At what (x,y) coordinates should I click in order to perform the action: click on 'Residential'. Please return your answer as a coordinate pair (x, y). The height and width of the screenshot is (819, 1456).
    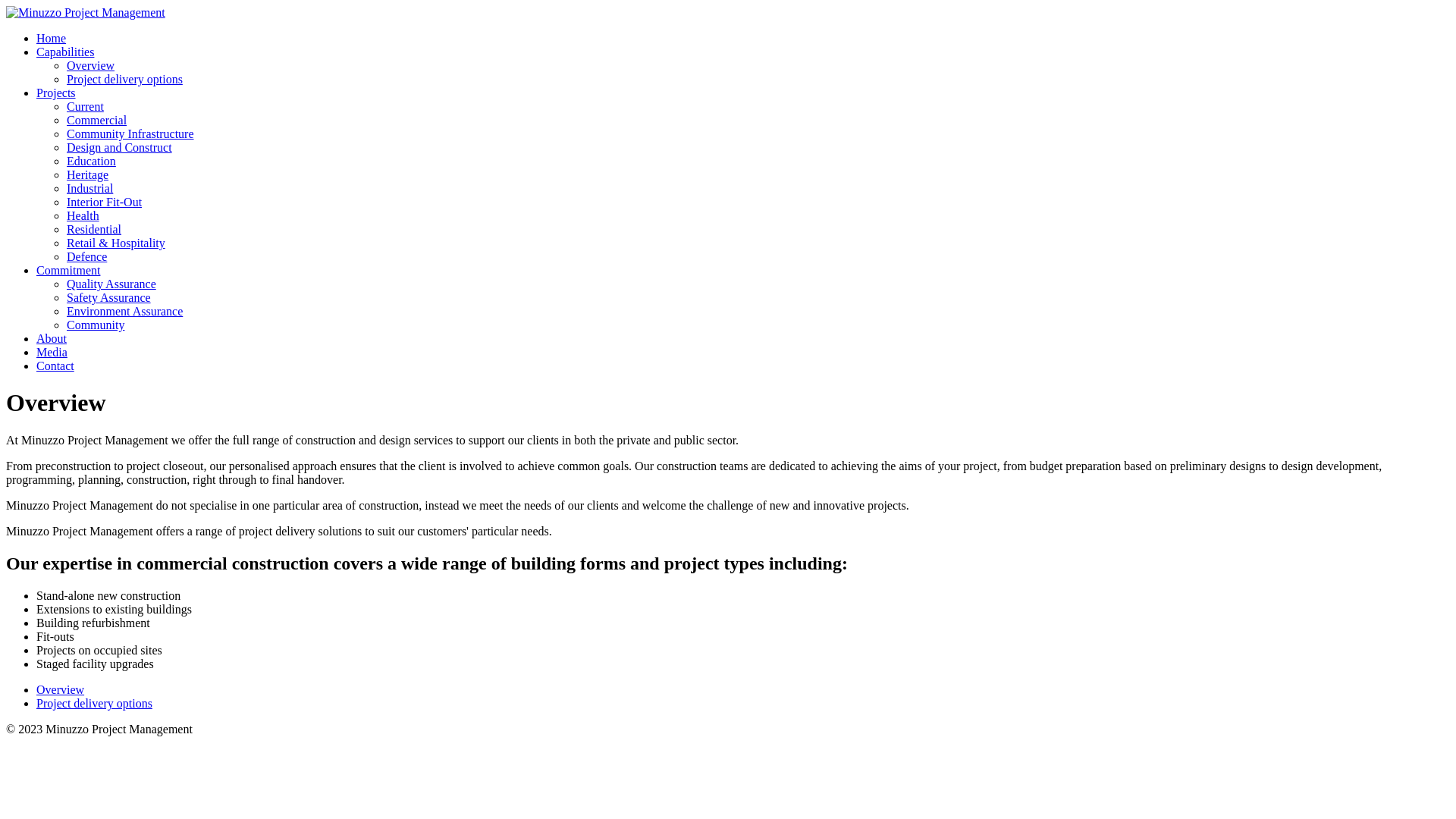
    Looking at the image, I should click on (93, 229).